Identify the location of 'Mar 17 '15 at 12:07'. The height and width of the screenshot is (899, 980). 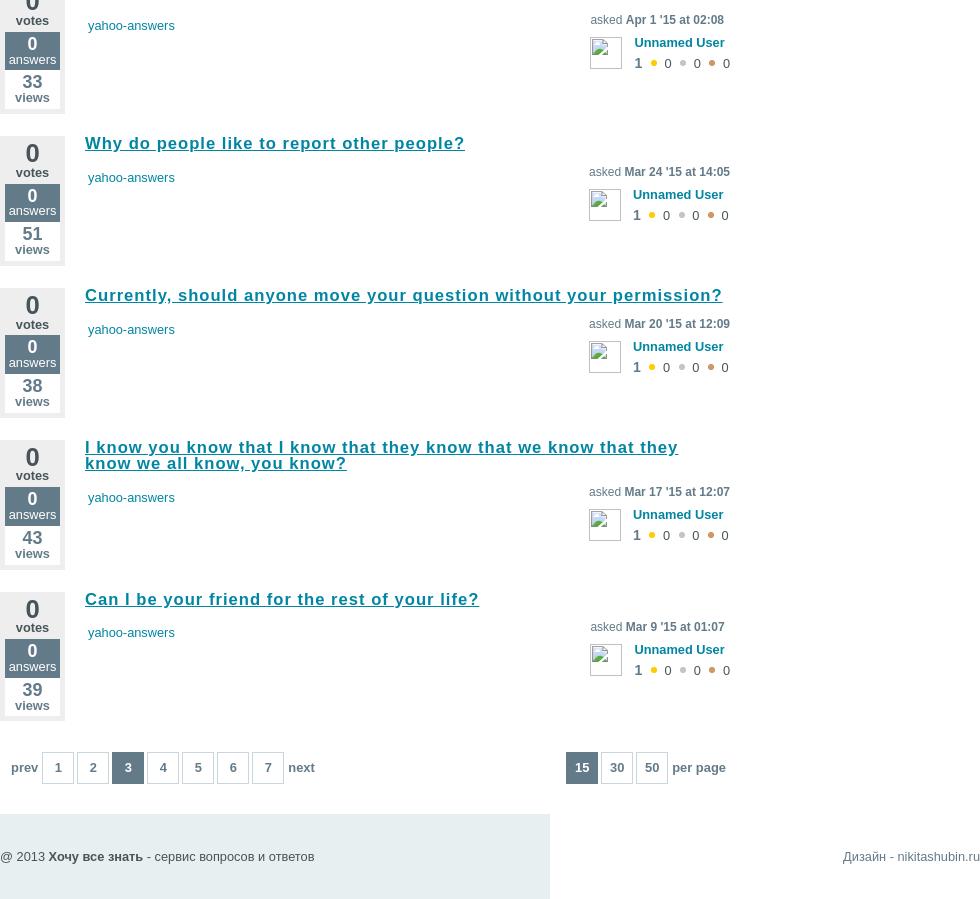
(676, 492).